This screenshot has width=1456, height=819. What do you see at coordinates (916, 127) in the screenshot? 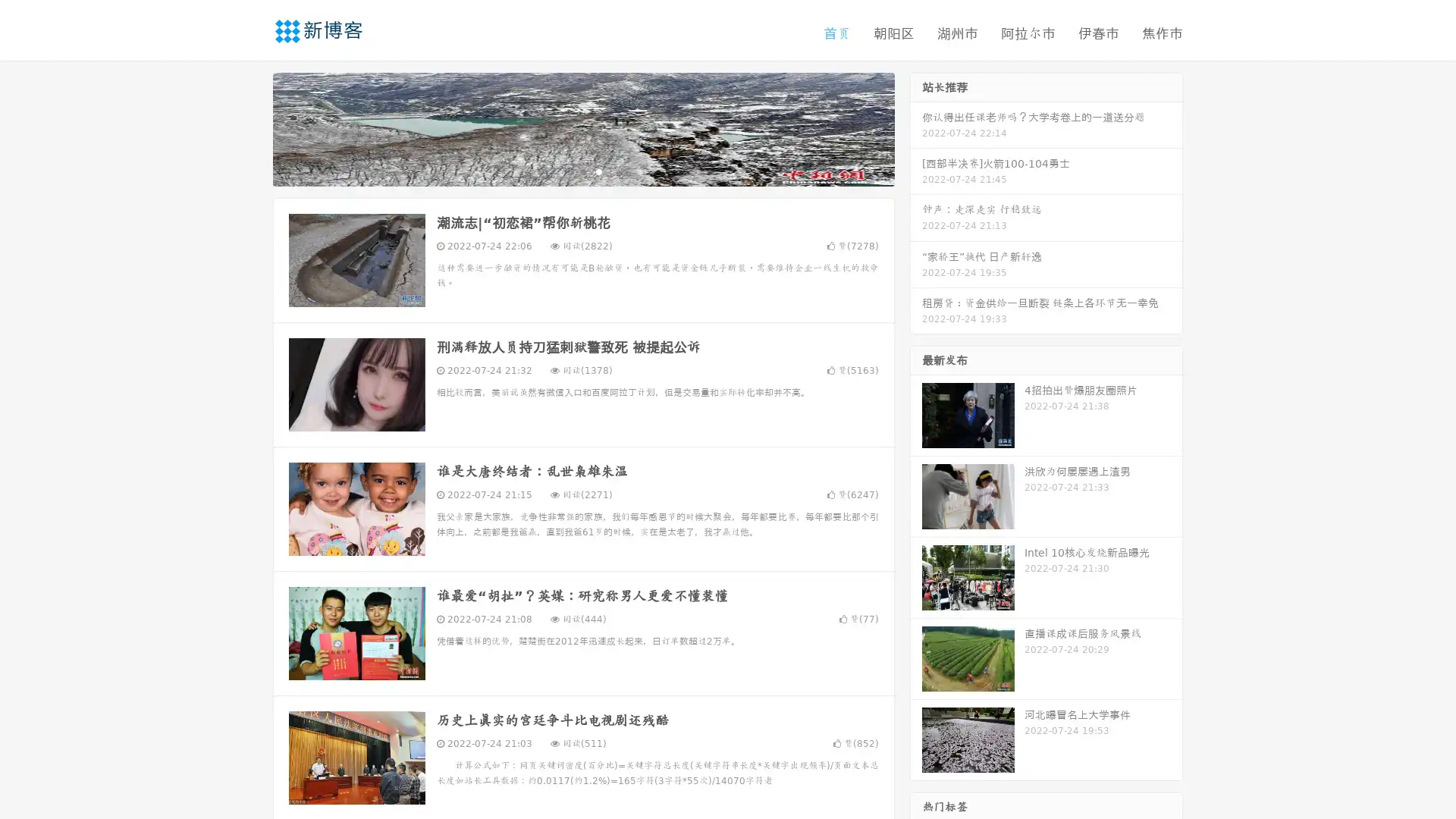
I see `Next slide` at bounding box center [916, 127].